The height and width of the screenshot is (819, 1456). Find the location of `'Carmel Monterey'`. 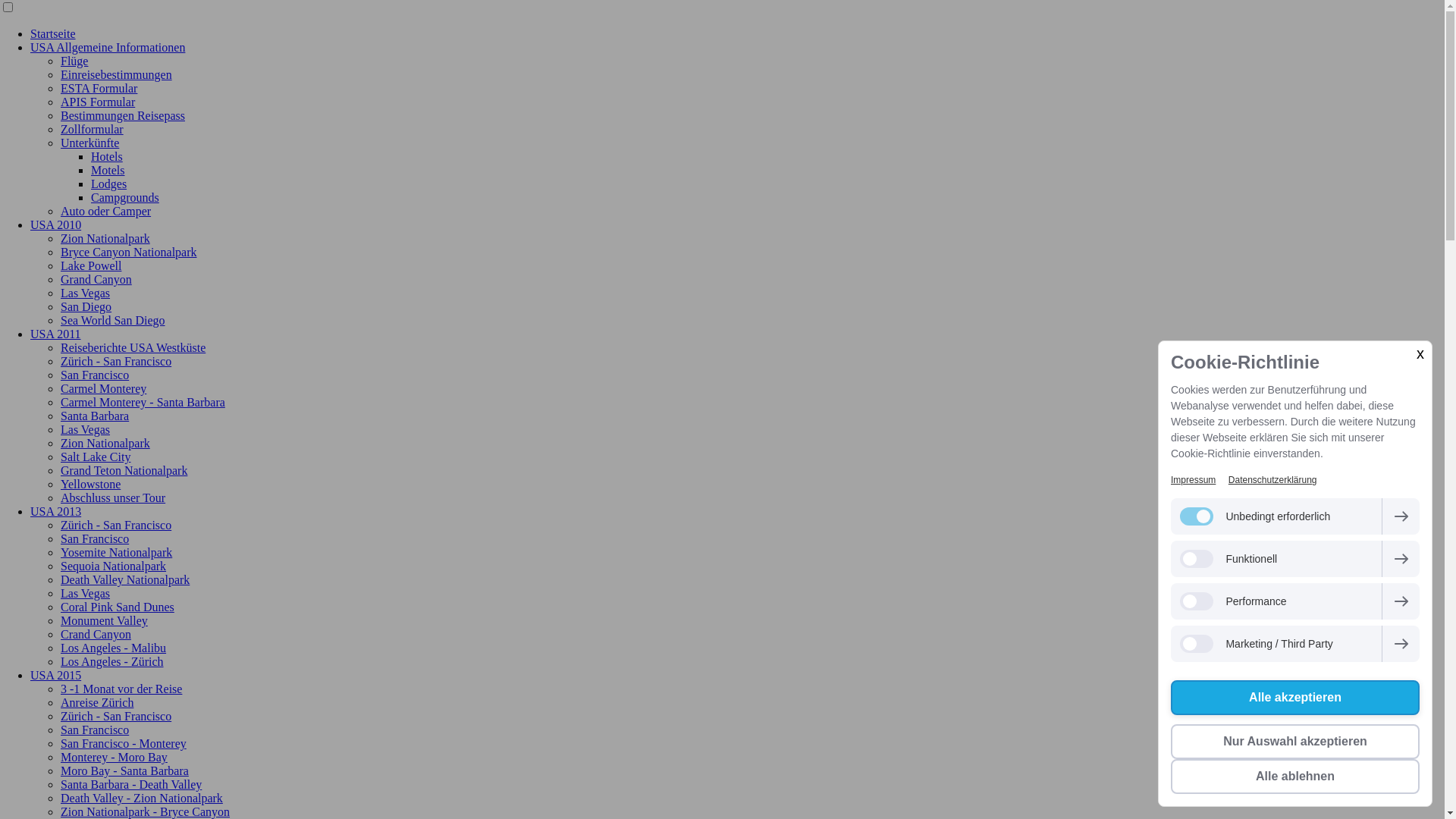

'Carmel Monterey' is located at coordinates (102, 388).